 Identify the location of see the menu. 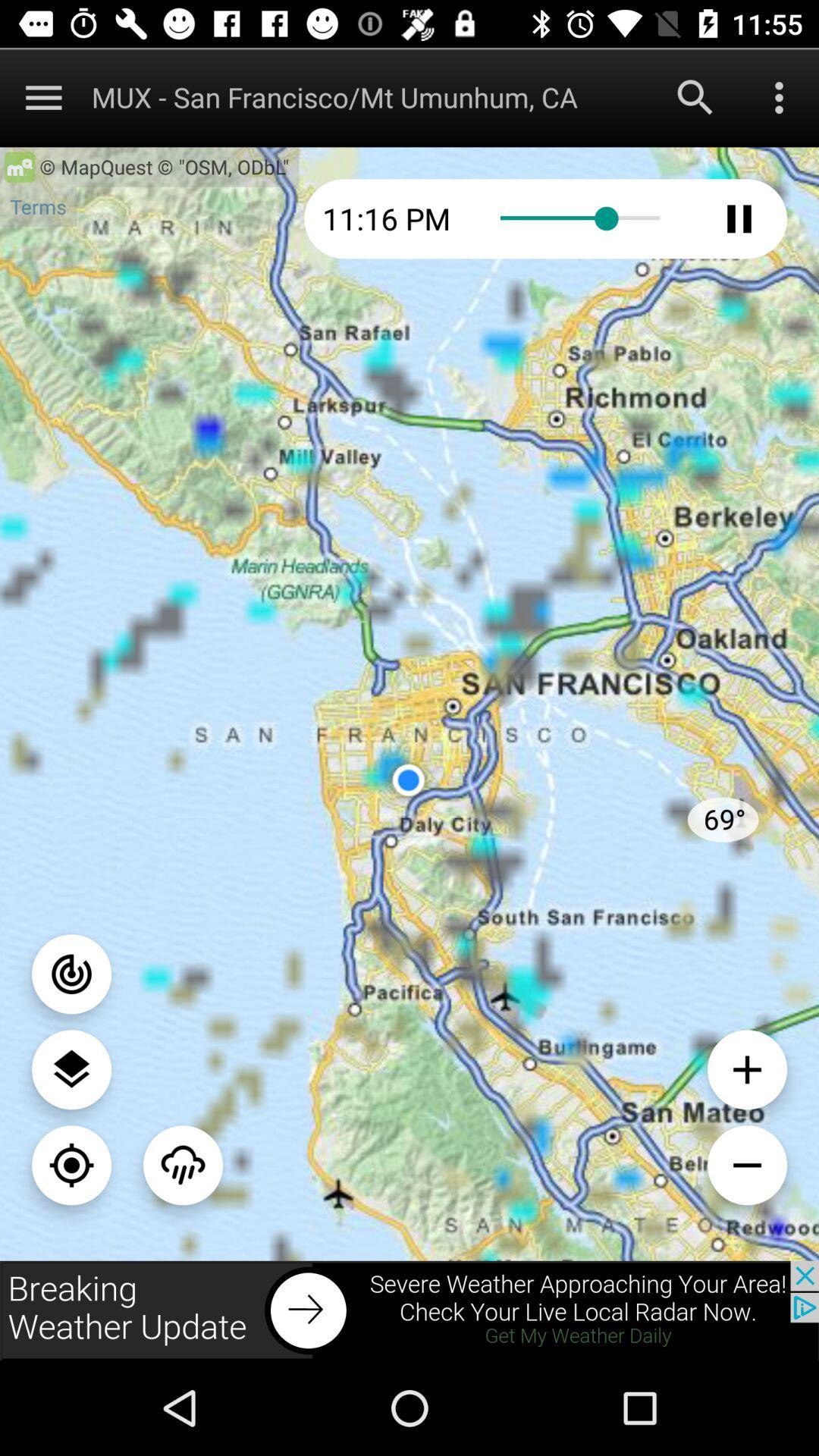
(71, 1068).